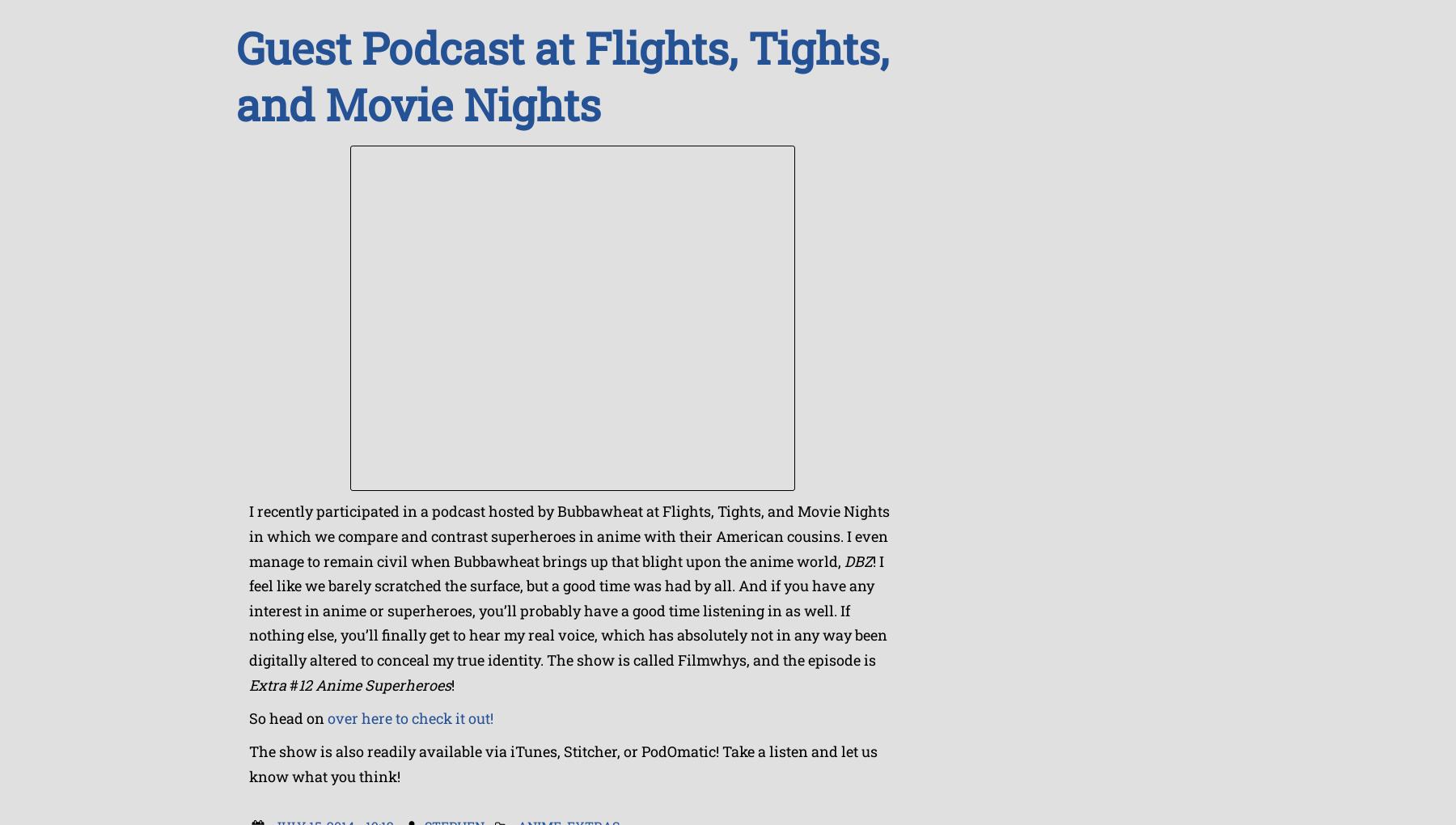  What do you see at coordinates (248, 716) in the screenshot?
I see `'So head on'` at bounding box center [248, 716].